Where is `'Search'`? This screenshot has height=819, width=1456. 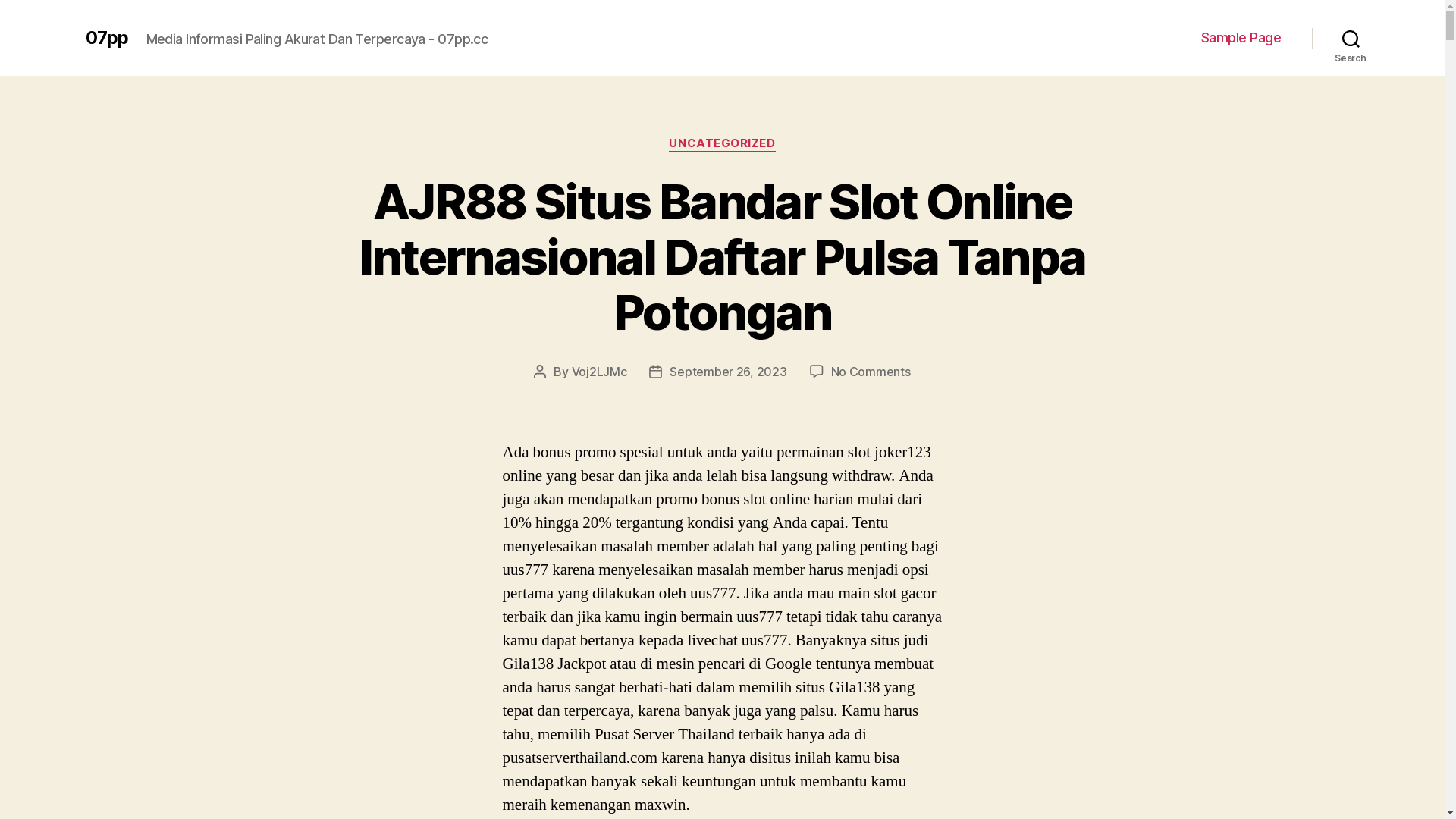 'Search' is located at coordinates (1310, 37).